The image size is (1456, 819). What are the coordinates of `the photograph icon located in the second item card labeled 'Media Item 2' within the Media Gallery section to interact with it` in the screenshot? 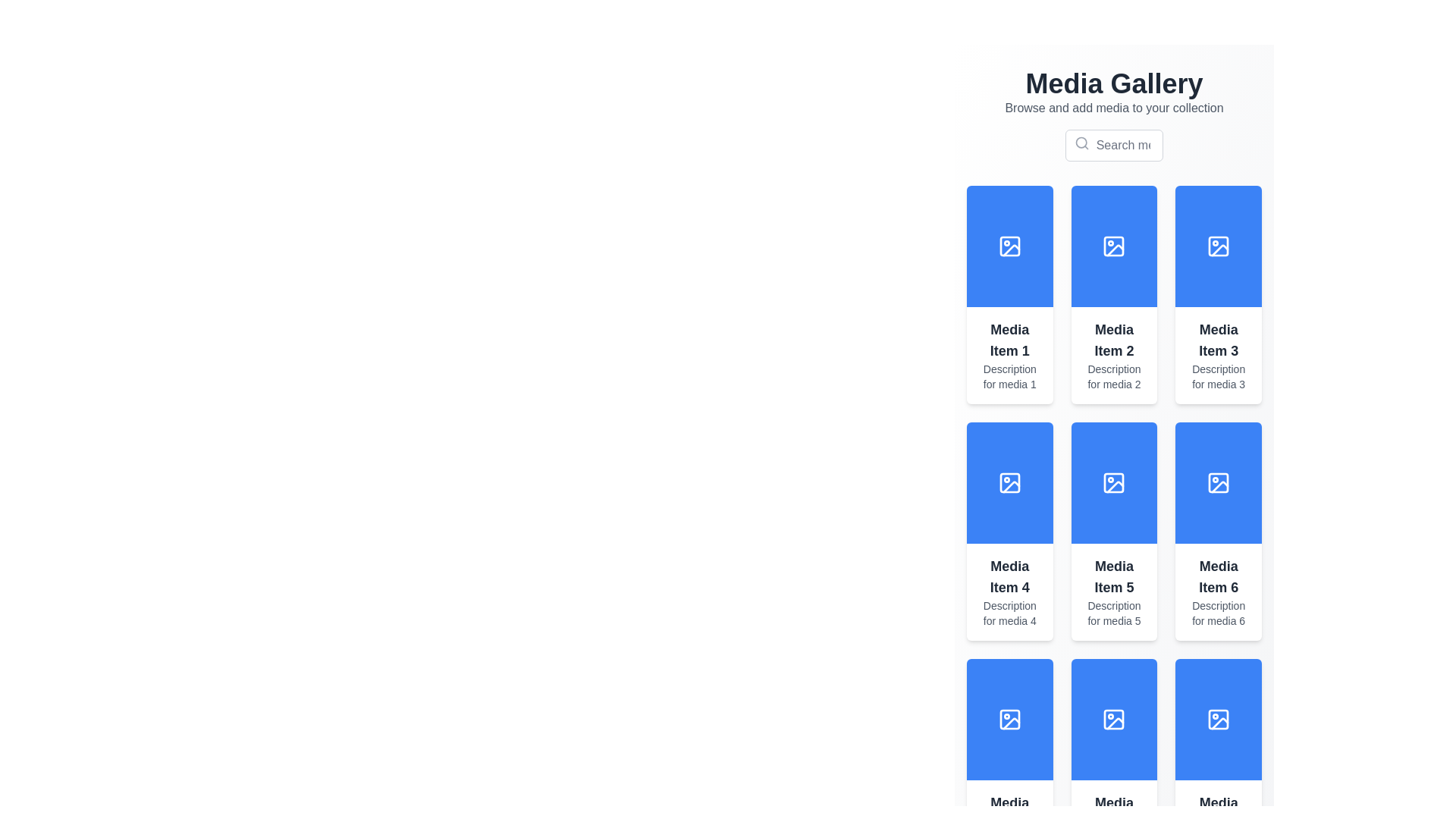 It's located at (1113, 245).